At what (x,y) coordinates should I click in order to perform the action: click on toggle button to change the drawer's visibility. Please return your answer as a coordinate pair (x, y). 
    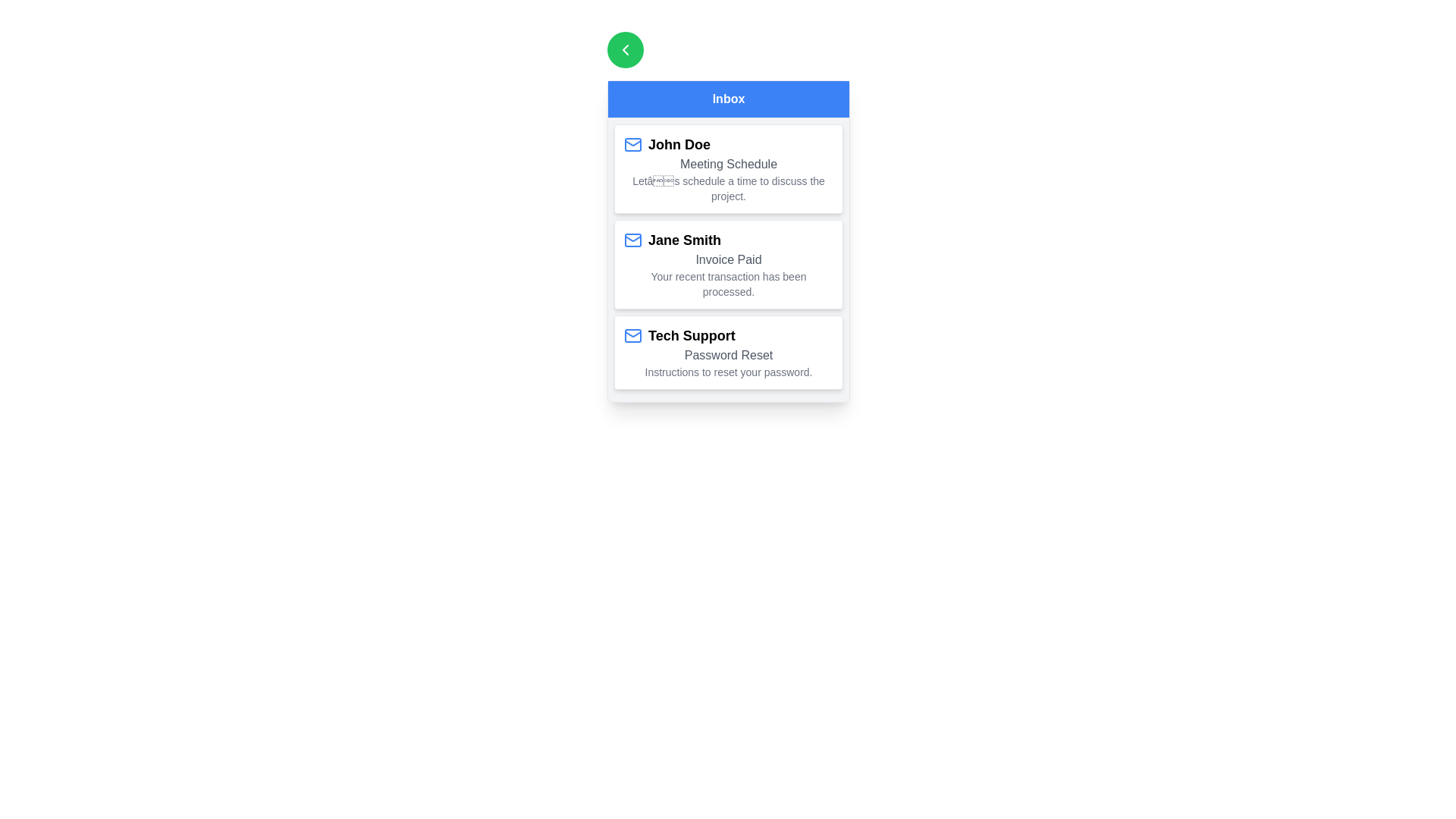
    Looking at the image, I should click on (626, 49).